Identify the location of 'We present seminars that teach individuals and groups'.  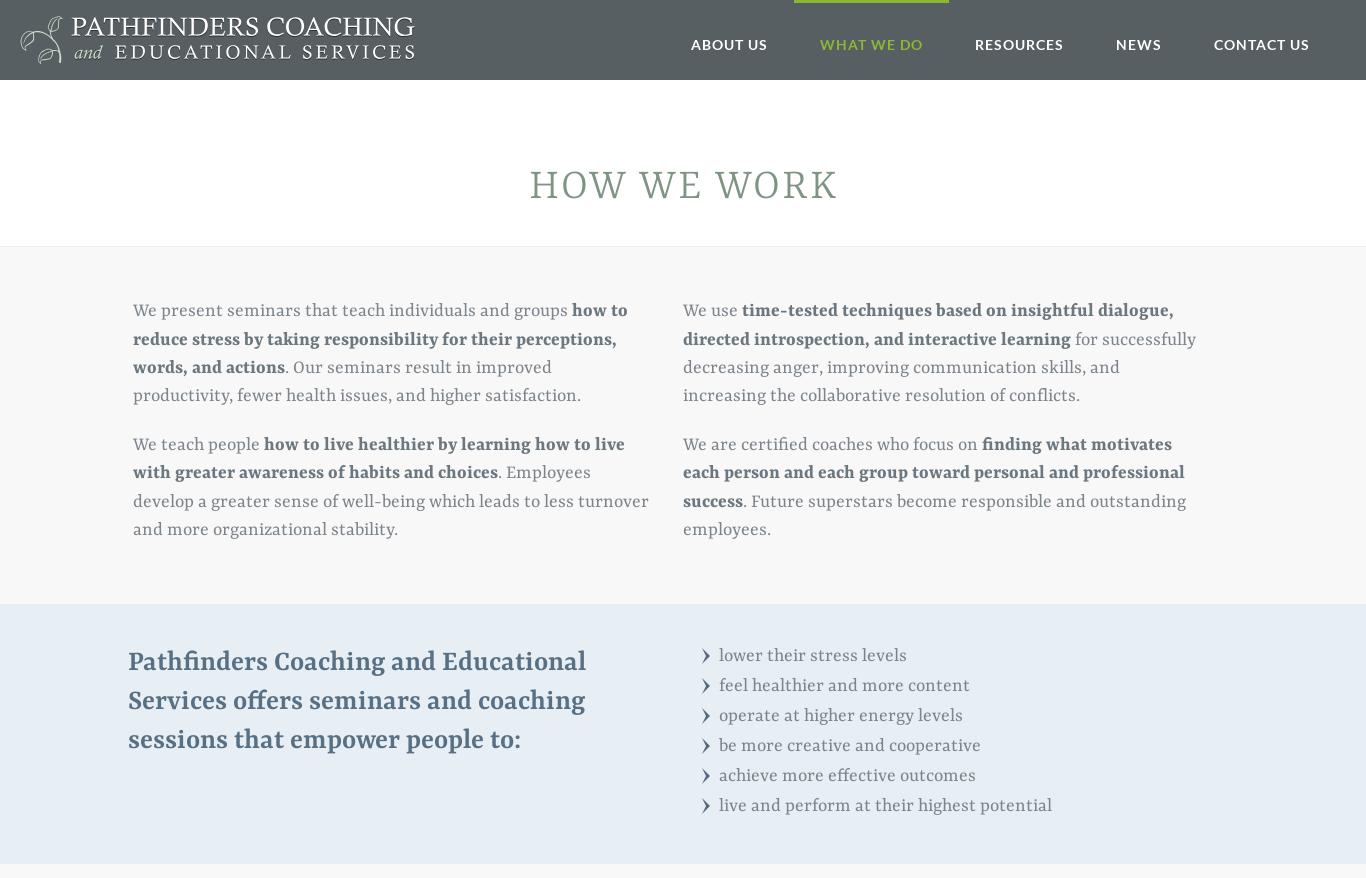
(351, 310).